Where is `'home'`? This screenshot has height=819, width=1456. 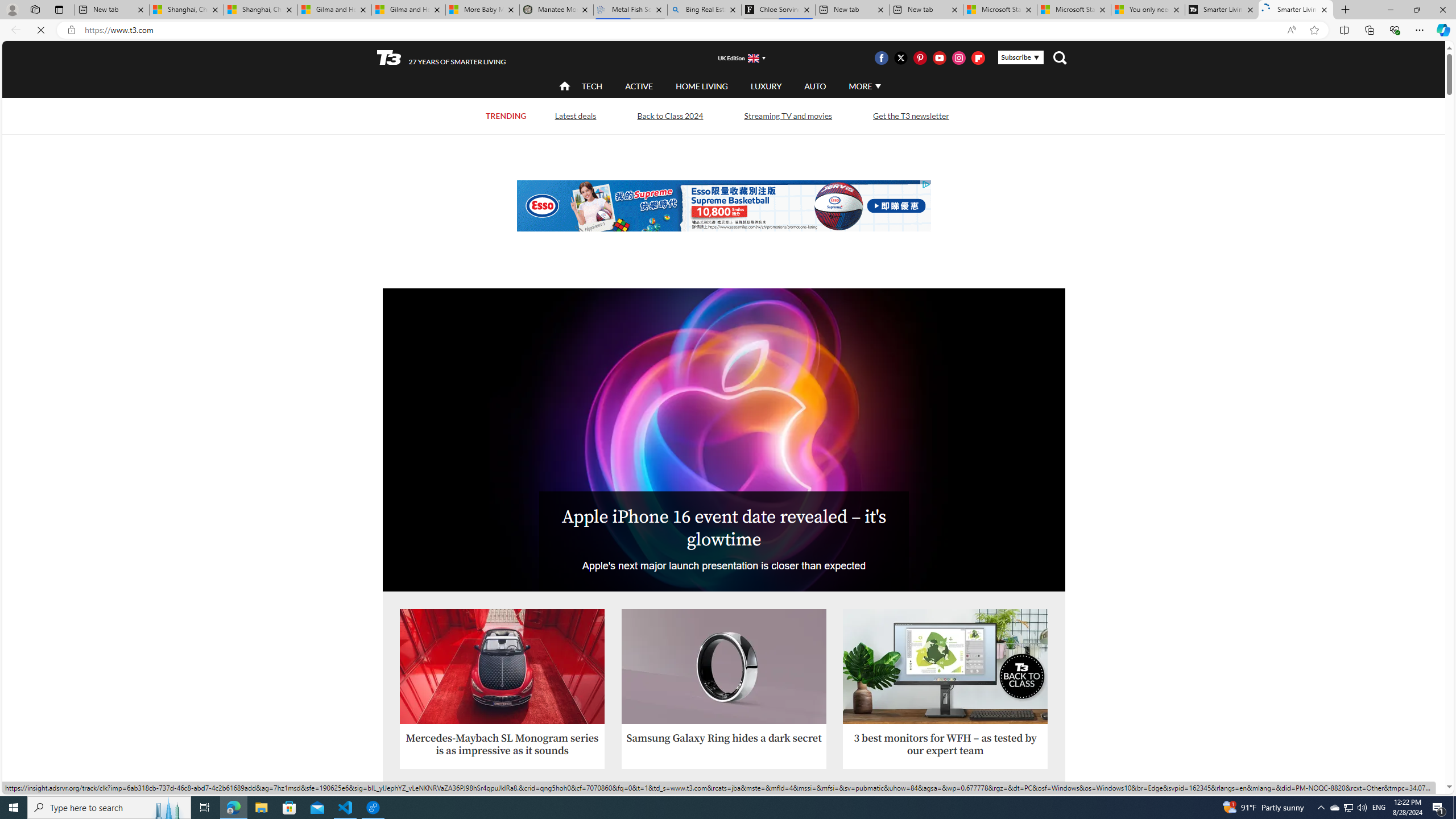
'home' is located at coordinates (564, 87).